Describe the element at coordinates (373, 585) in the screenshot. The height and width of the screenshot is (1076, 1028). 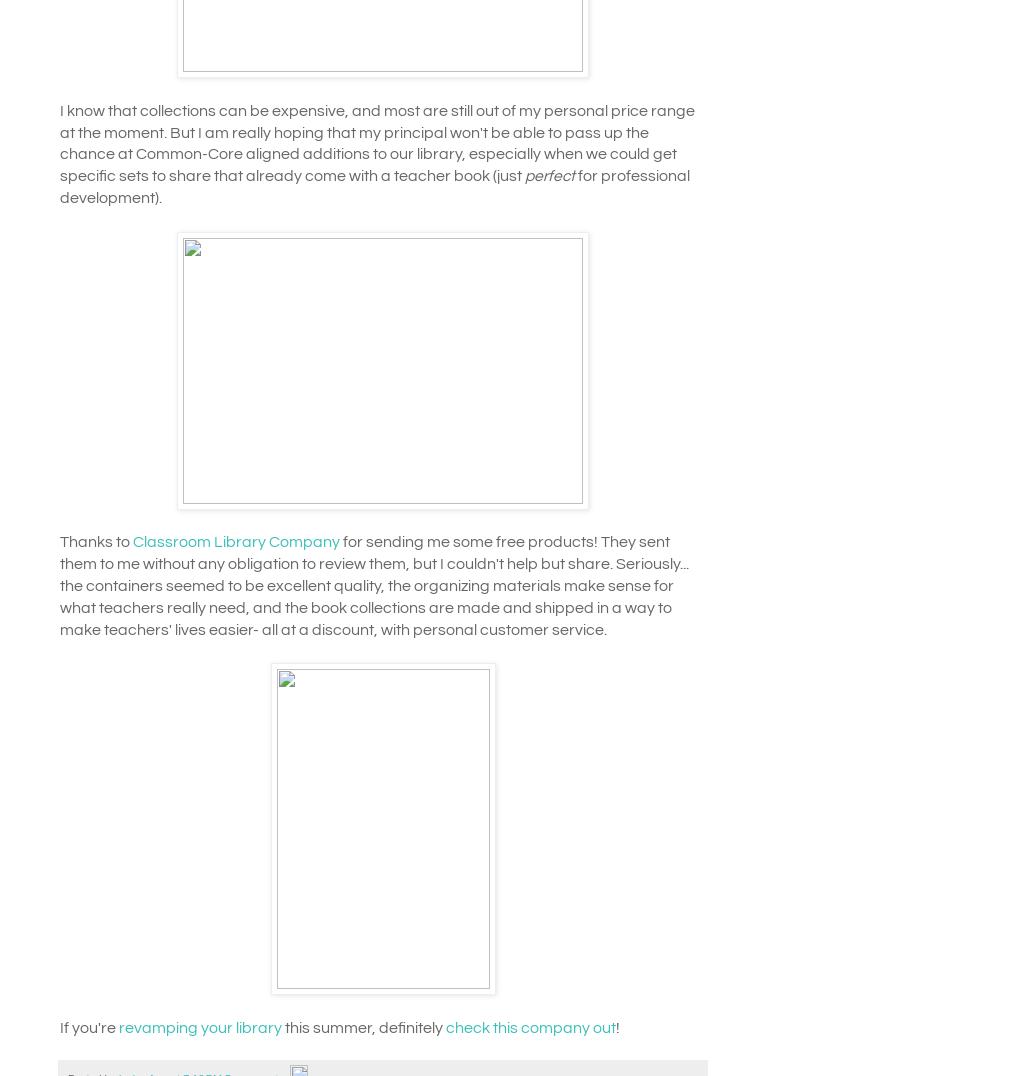
I see `'for sending me some free products! They sent them to me without any obligation to review them, but I couldn't help but share. Seriously... the containers seemed to be excellent quality, the organizing materials make sense for what teachers really need, and the book collections are made and shipped in a way to make teachers' lives easier- all at a discount, with personal customer service.'` at that location.